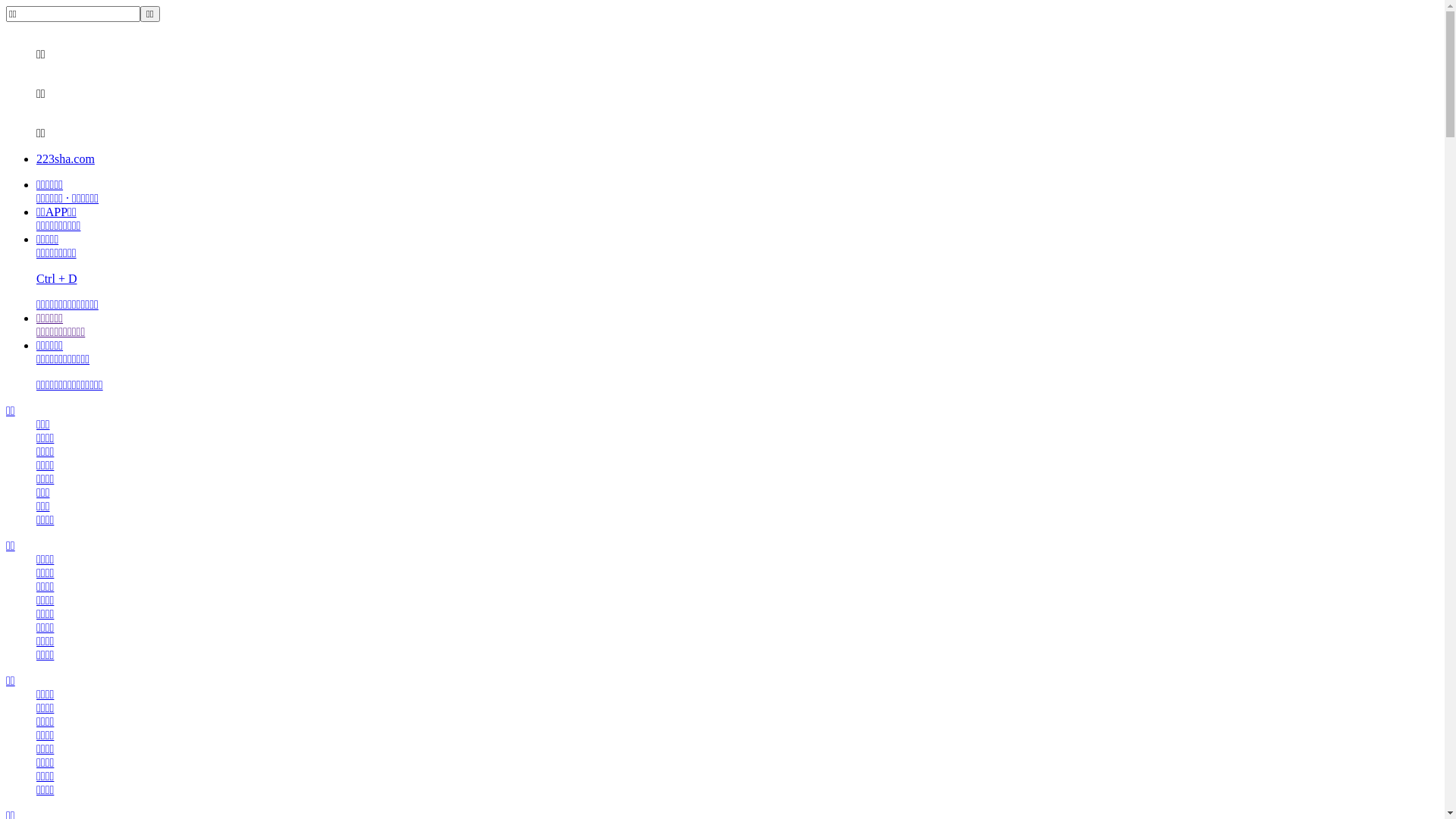  Describe the element at coordinates (64, 158) in the screenshot. I see `'223sha.com'` at that location.